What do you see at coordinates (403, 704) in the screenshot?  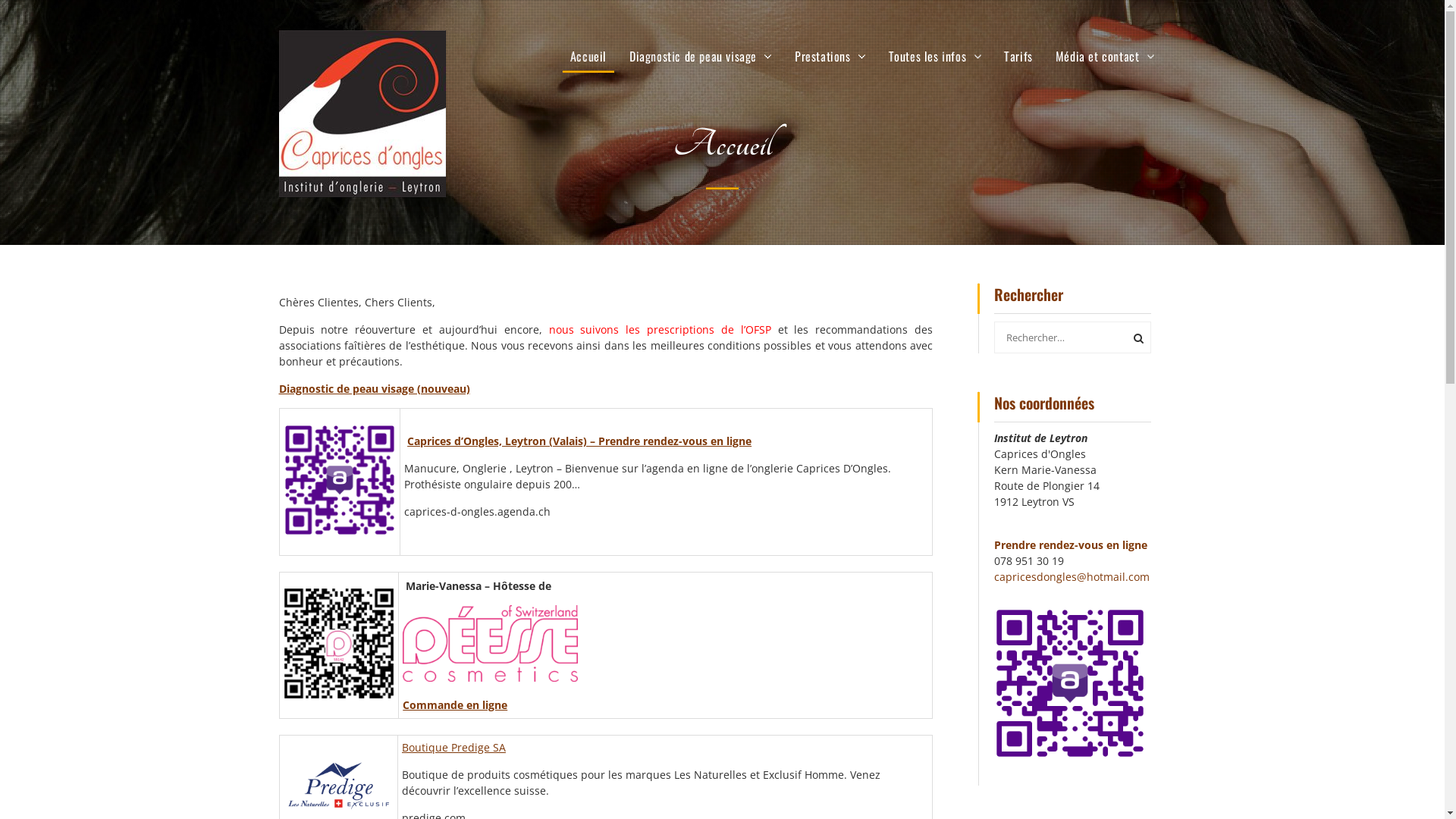 I see `'Commande en ligne'` at bounding box center [403, 704].